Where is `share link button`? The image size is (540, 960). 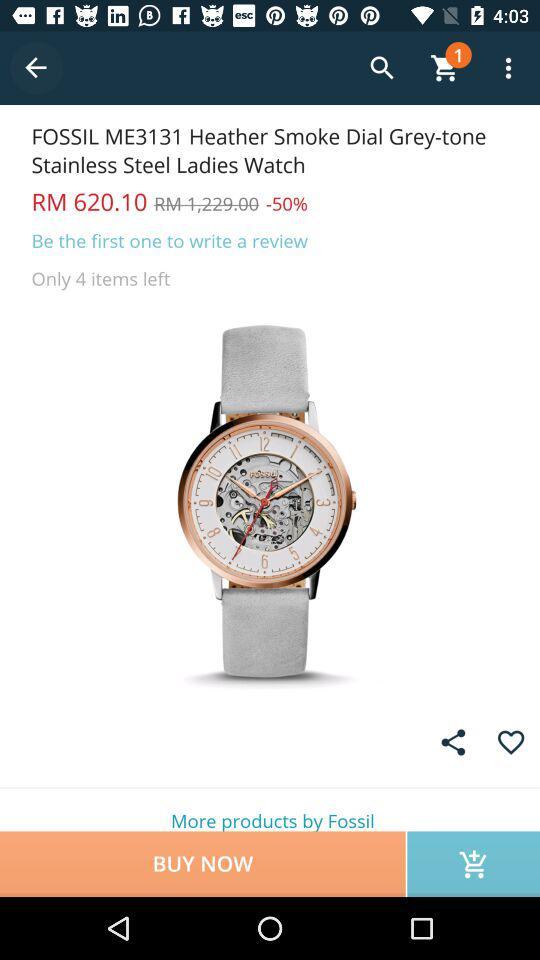 share link button is located at coordinates (453, 741).